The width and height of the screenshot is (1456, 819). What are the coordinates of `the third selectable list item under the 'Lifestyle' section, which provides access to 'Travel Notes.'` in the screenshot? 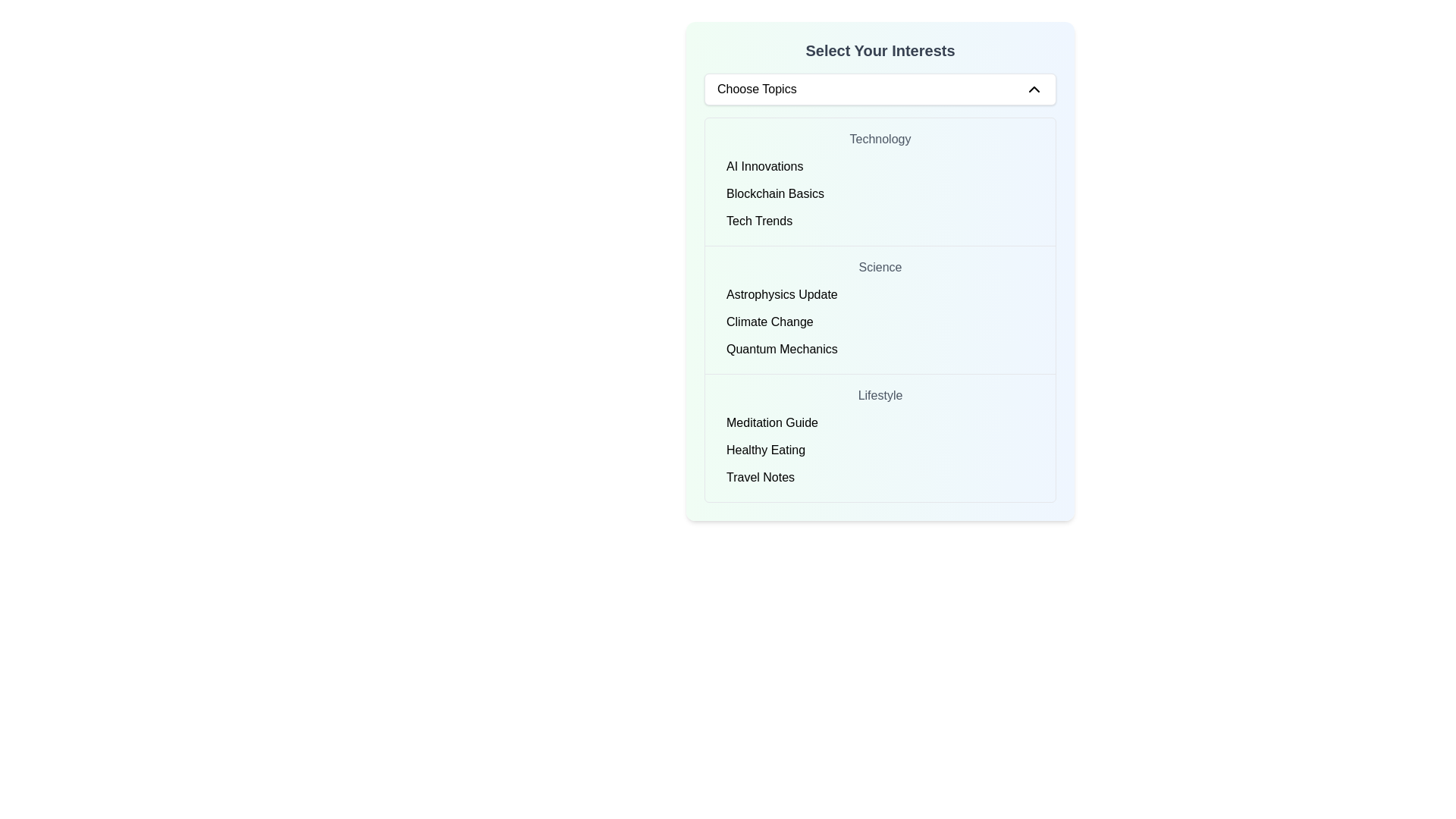 It's located at (880, 476).